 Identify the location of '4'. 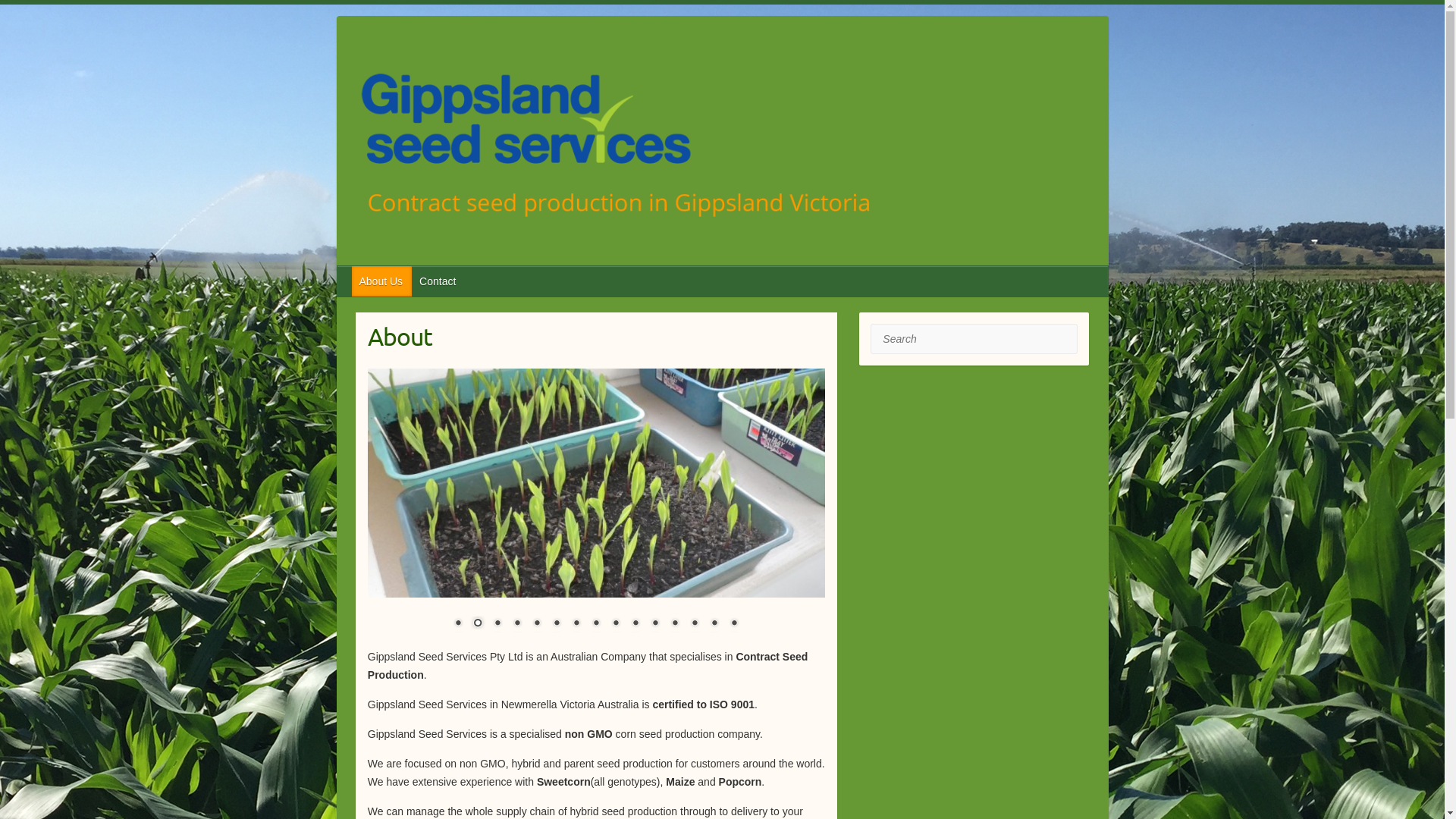
(516, 623).